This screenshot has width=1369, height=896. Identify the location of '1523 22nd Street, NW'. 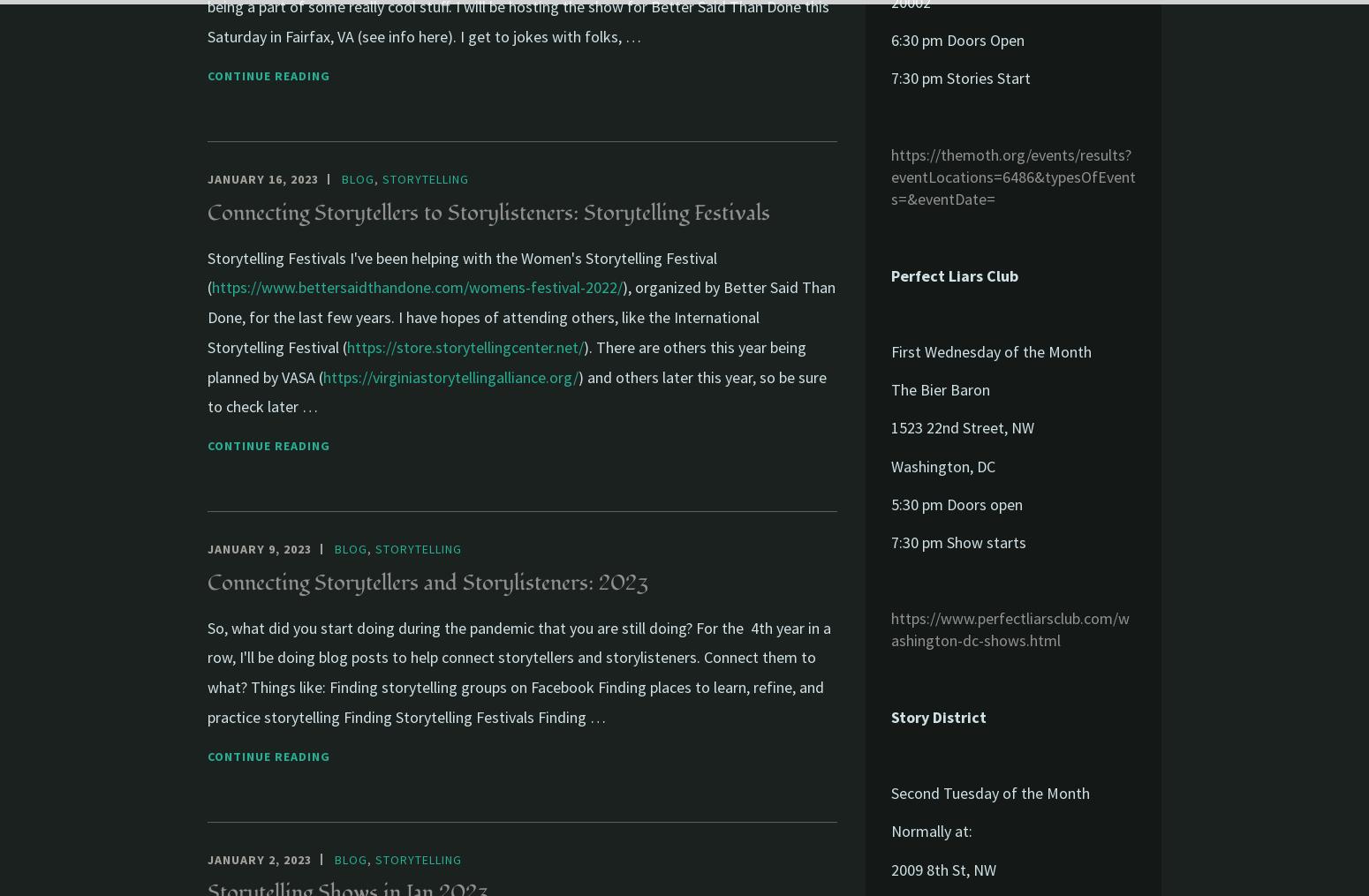
(961, 426).